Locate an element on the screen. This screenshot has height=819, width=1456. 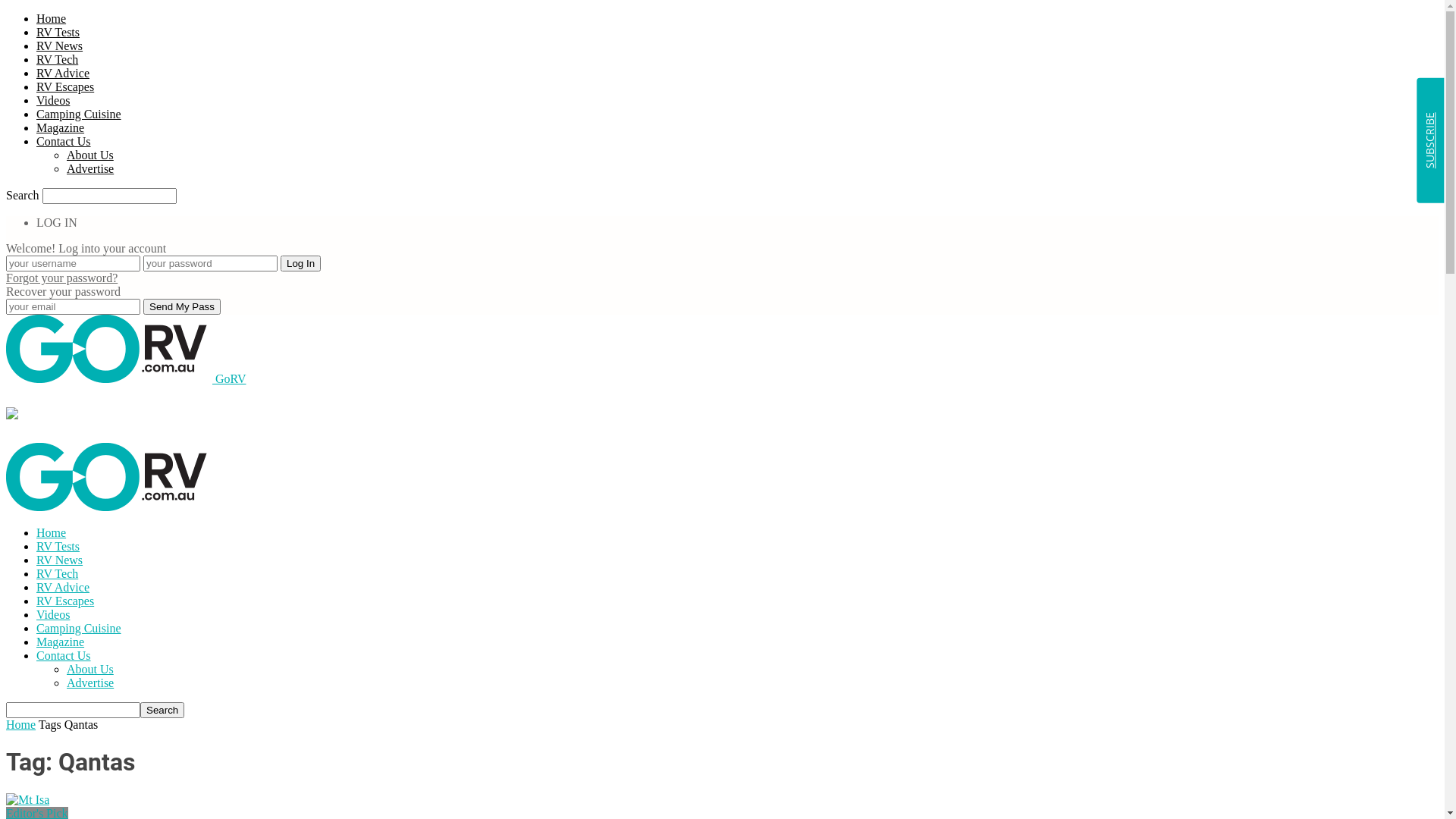
'RV Escapes' is located at coordinates (64, 600).